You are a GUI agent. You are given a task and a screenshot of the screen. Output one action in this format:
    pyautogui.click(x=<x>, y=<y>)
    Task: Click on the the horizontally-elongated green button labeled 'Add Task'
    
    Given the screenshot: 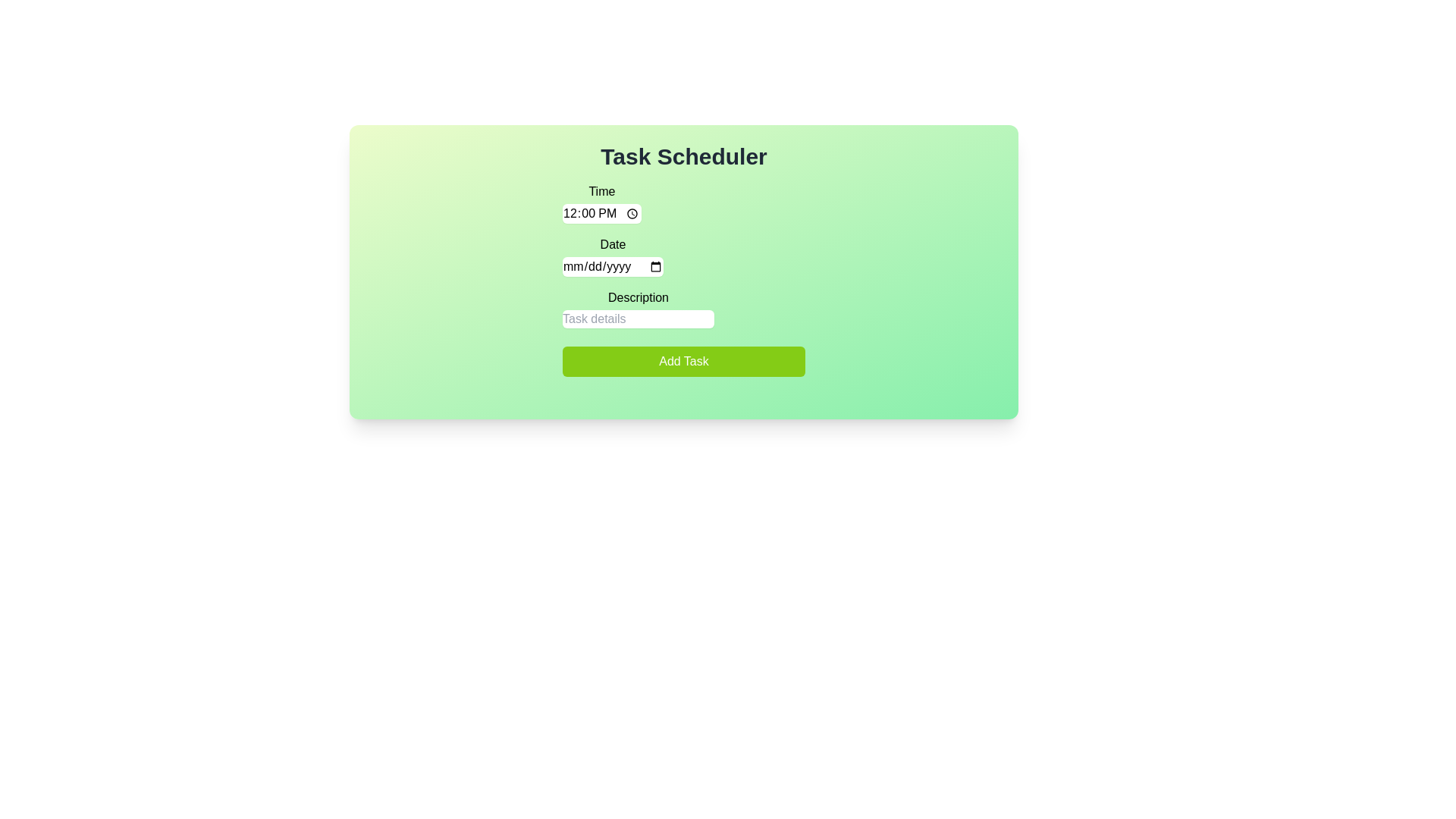 What is the action you would take?
    pyautogui.click(x=683, y=362)
    